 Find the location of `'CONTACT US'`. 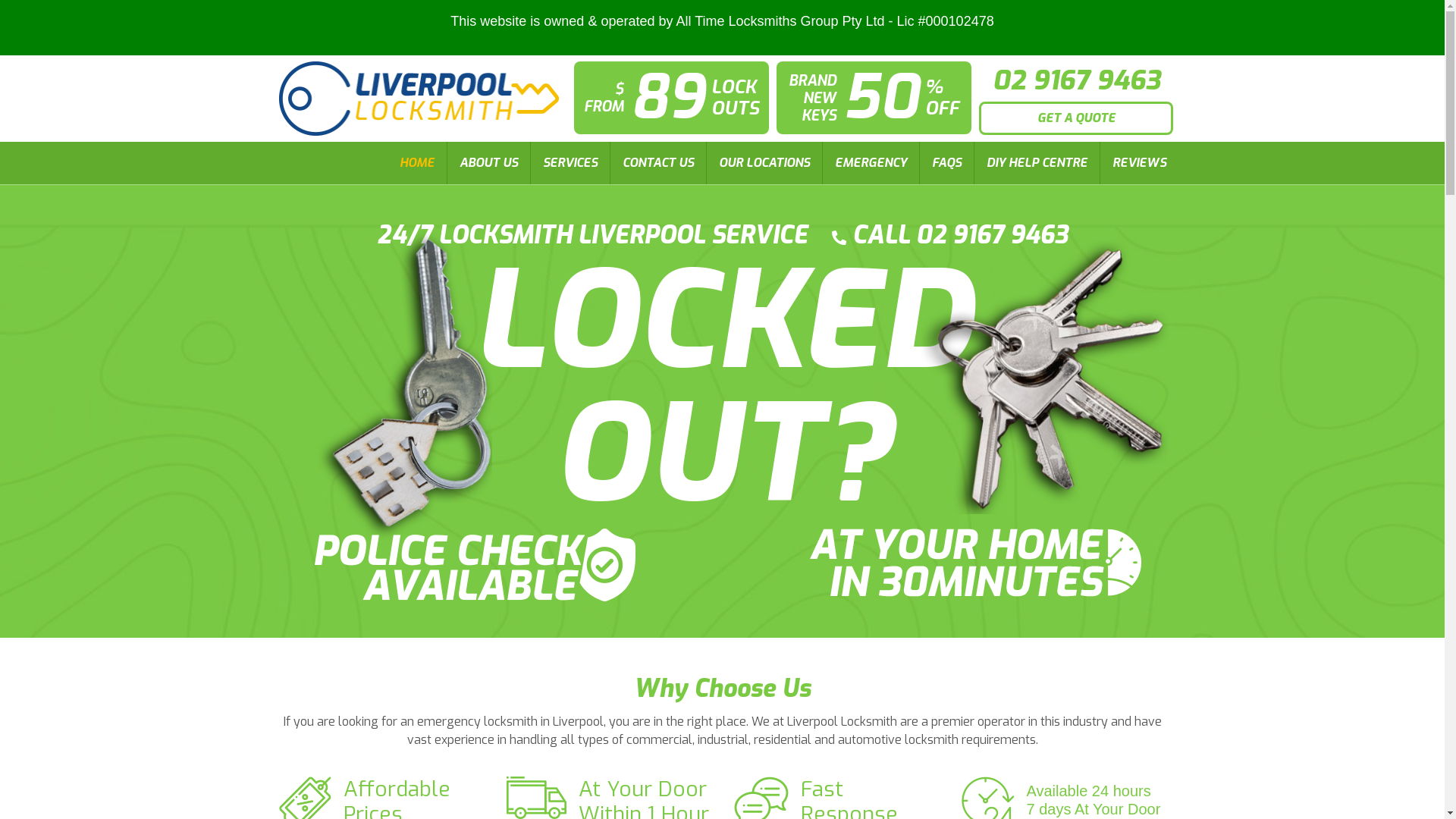

'CONTACT US' is located at coordinates (657, 163).